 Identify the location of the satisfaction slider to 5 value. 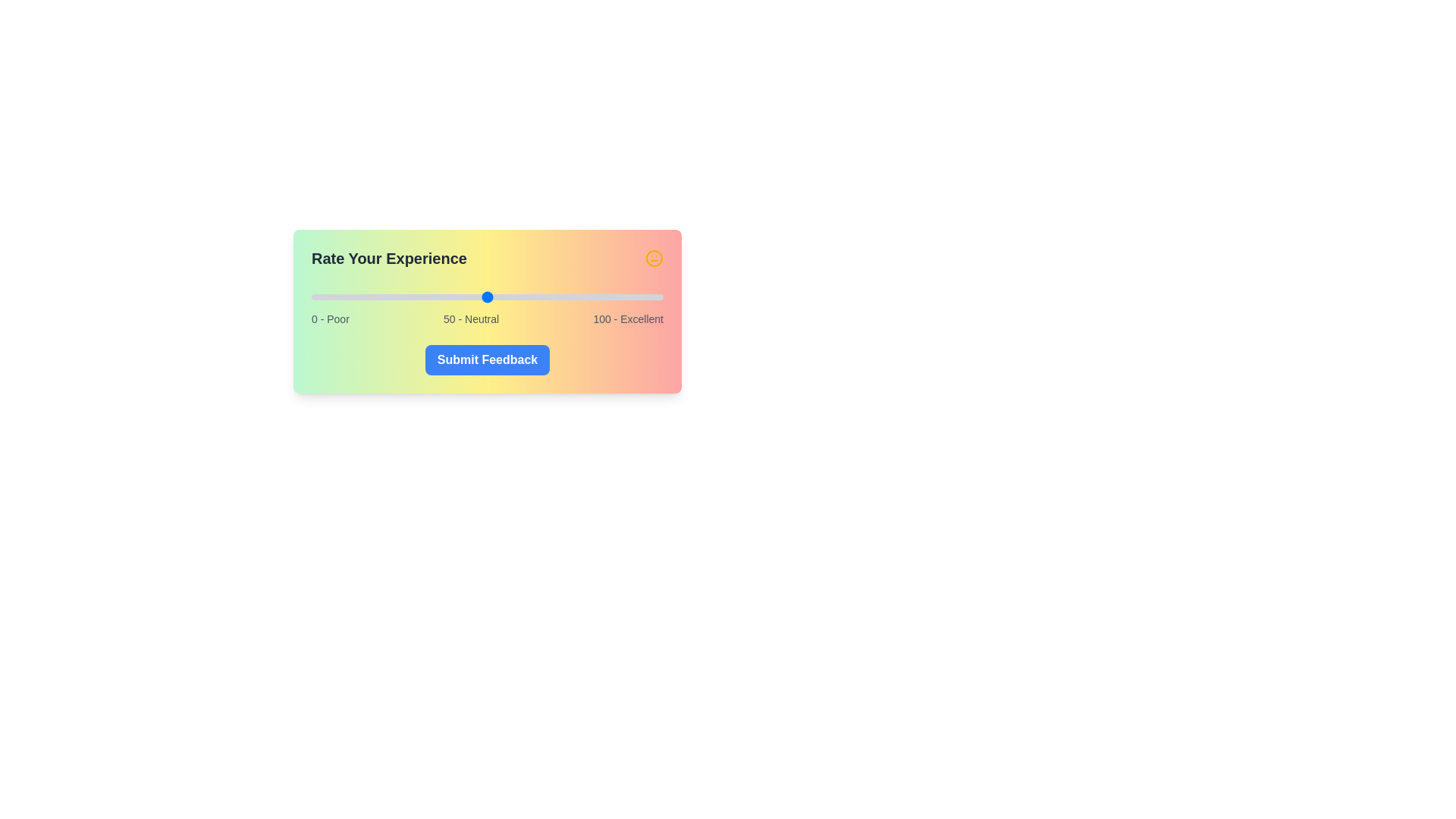
(328, 297).